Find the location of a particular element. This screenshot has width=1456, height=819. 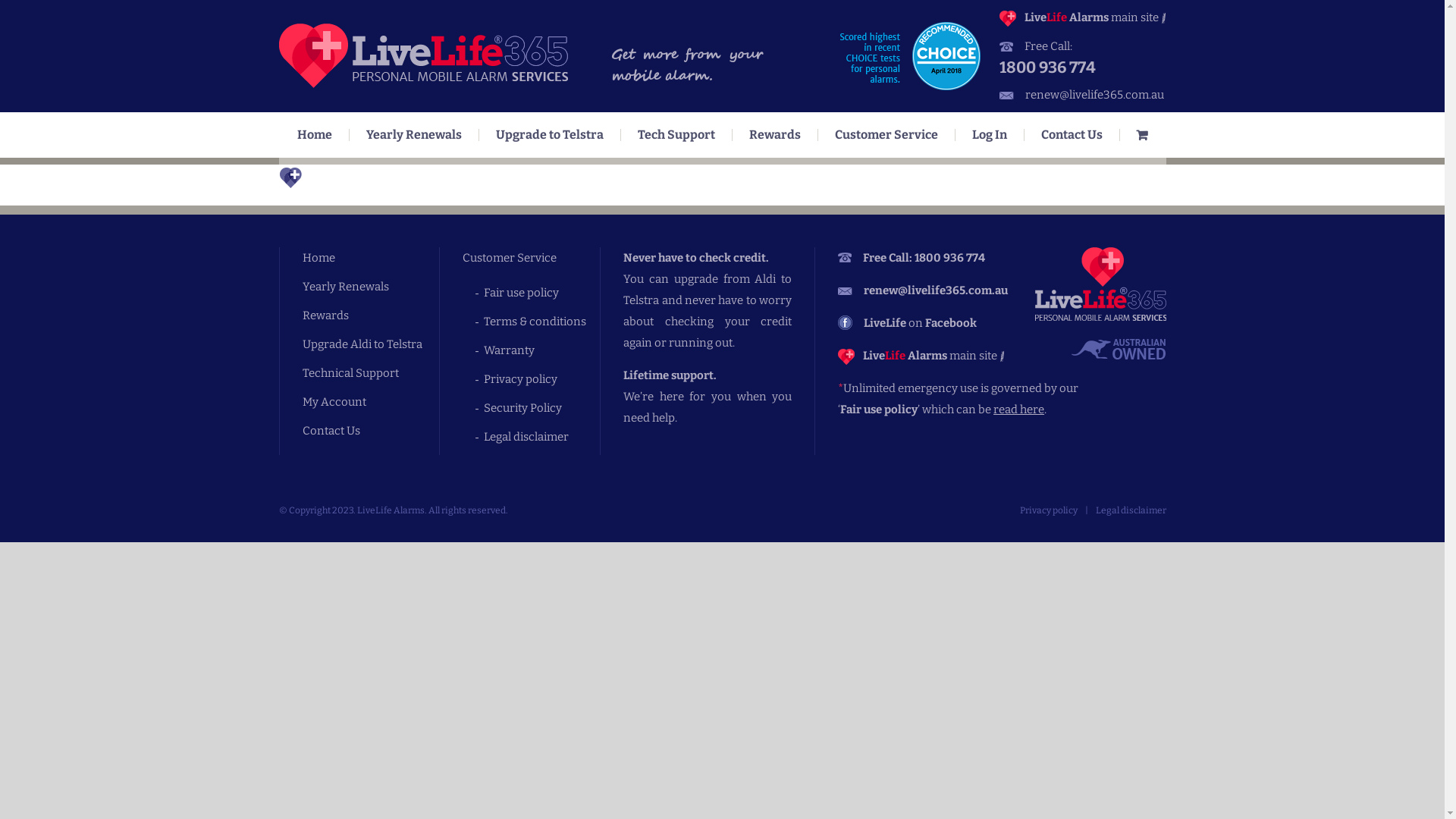

'Security Policy' is located at coordinates (541, 406).